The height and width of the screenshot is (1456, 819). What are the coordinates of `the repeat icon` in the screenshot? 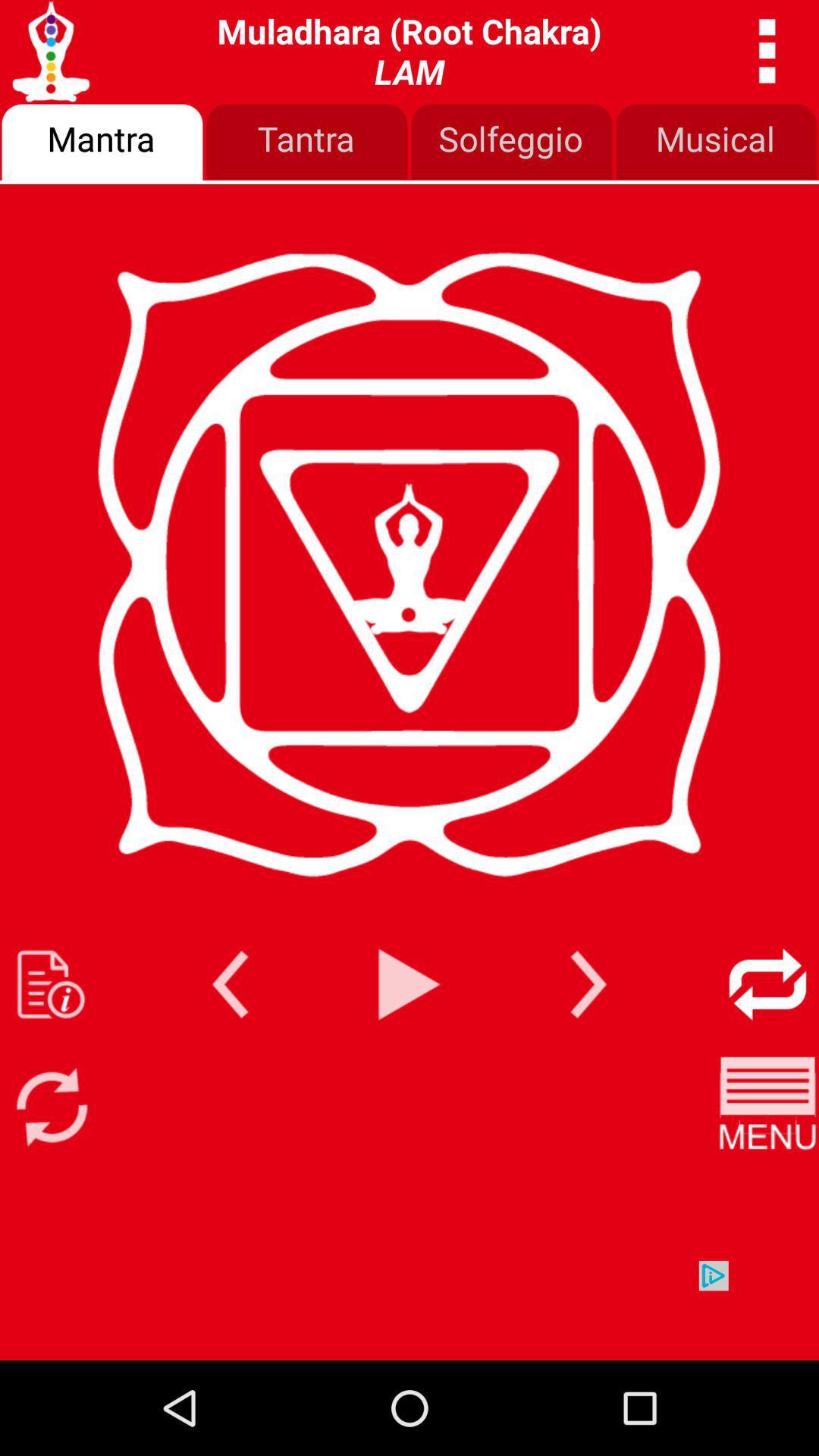 It's located at (767, 1053).